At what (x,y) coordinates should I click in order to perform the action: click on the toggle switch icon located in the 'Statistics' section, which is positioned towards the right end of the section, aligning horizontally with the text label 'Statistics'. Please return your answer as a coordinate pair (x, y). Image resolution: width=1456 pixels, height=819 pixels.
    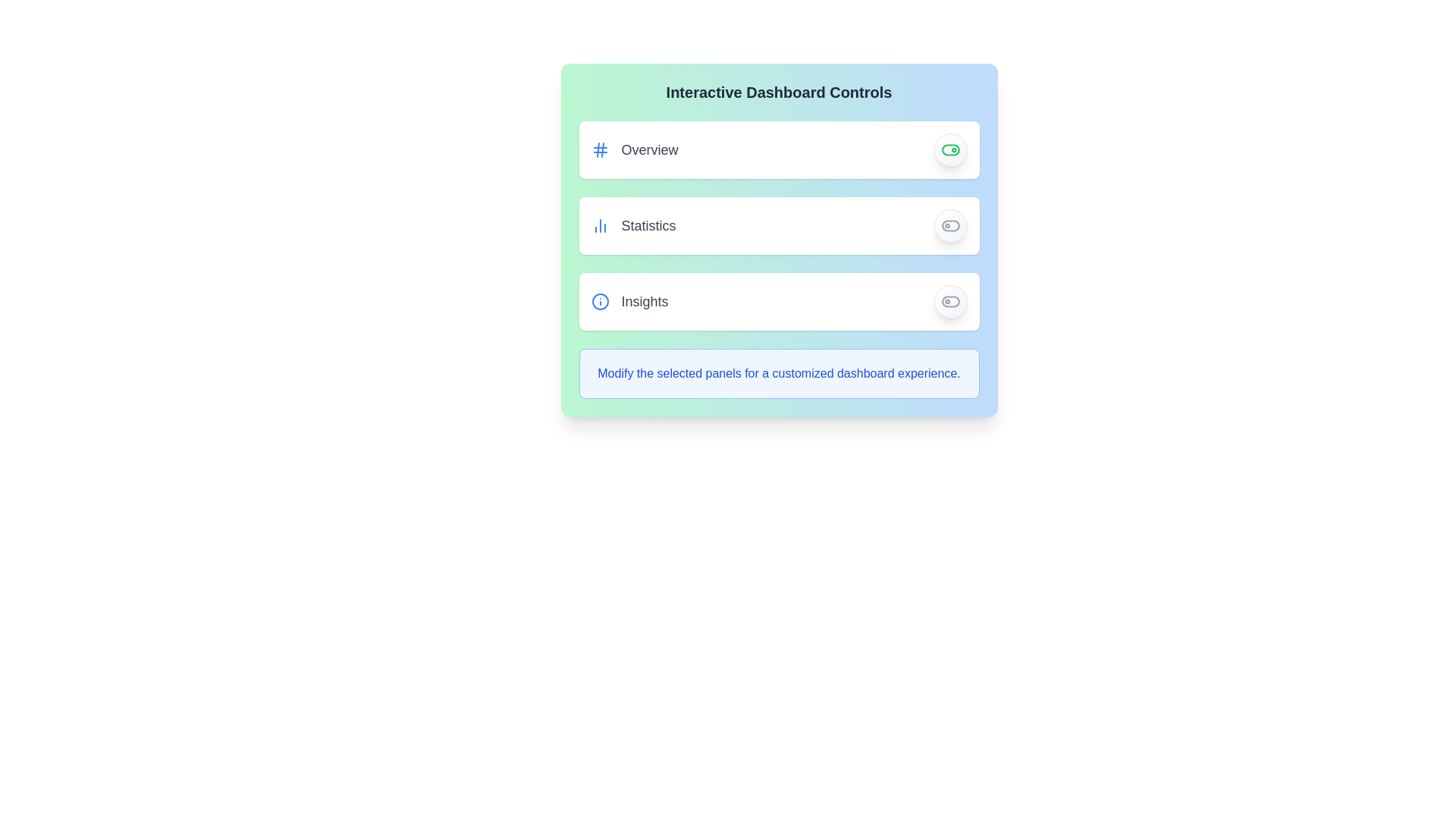
    Looking at the image, I should click on (949, 225).